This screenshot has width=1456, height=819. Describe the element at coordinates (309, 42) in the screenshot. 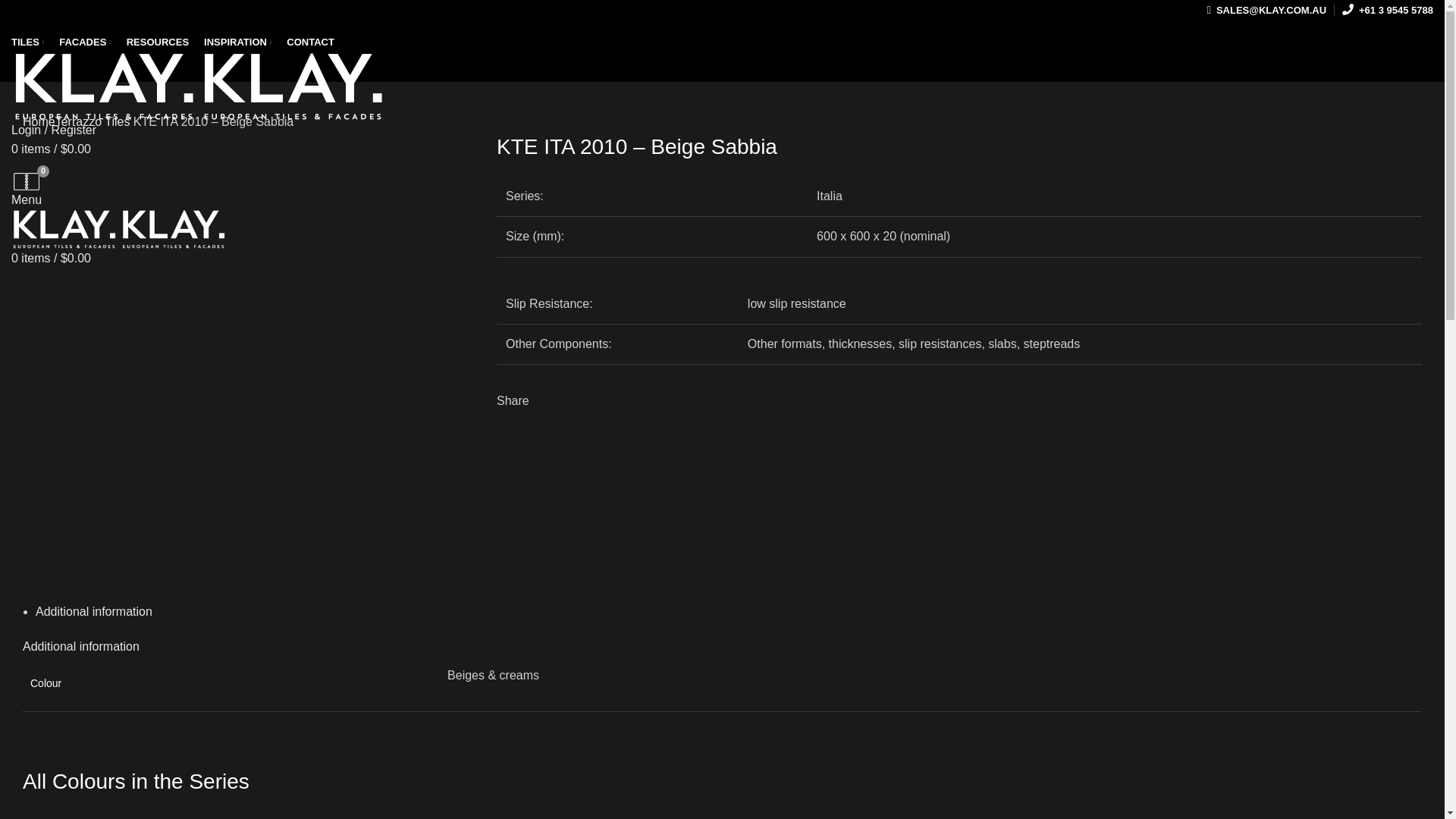

I see `'CONTACT'` at that location.